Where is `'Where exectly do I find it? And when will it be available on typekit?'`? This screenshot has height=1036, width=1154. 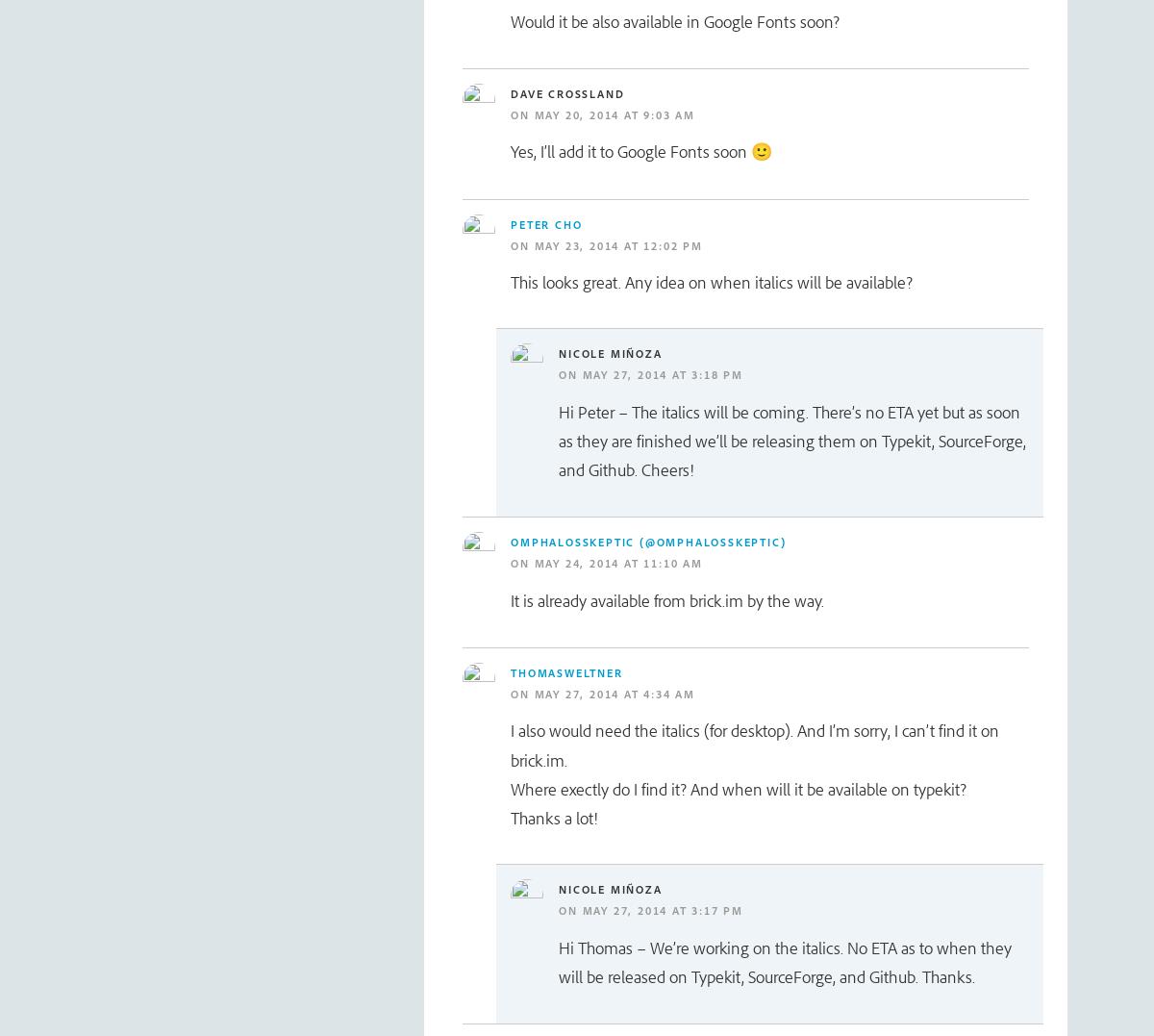 'Where exectly do I find it? And when will it be available on typekit?' is located at coordinates (510, 788).